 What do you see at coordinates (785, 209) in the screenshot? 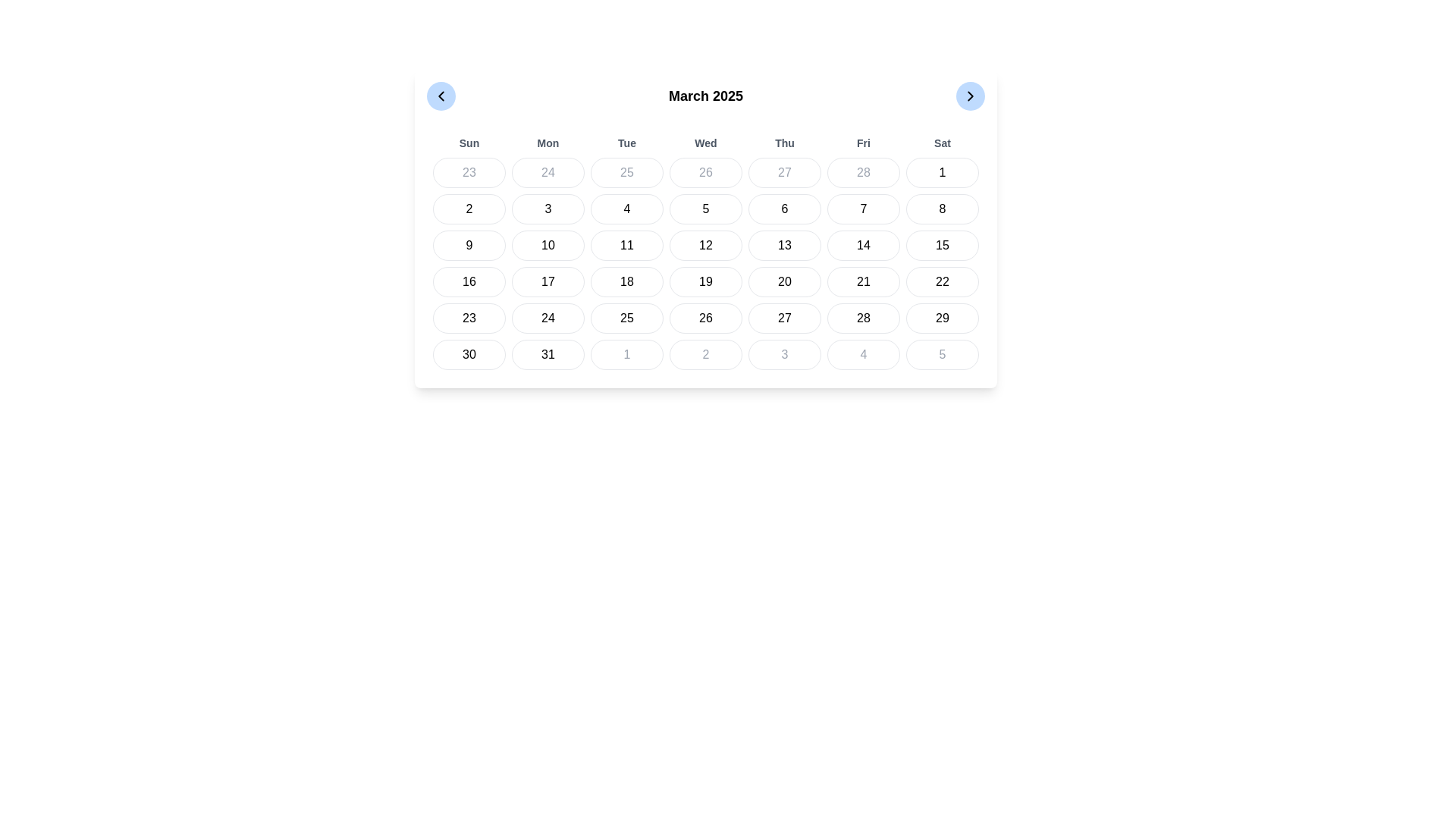
I see `the circular button labeled '6' with a white background and rounded edges` at bounding box center [785, 209].